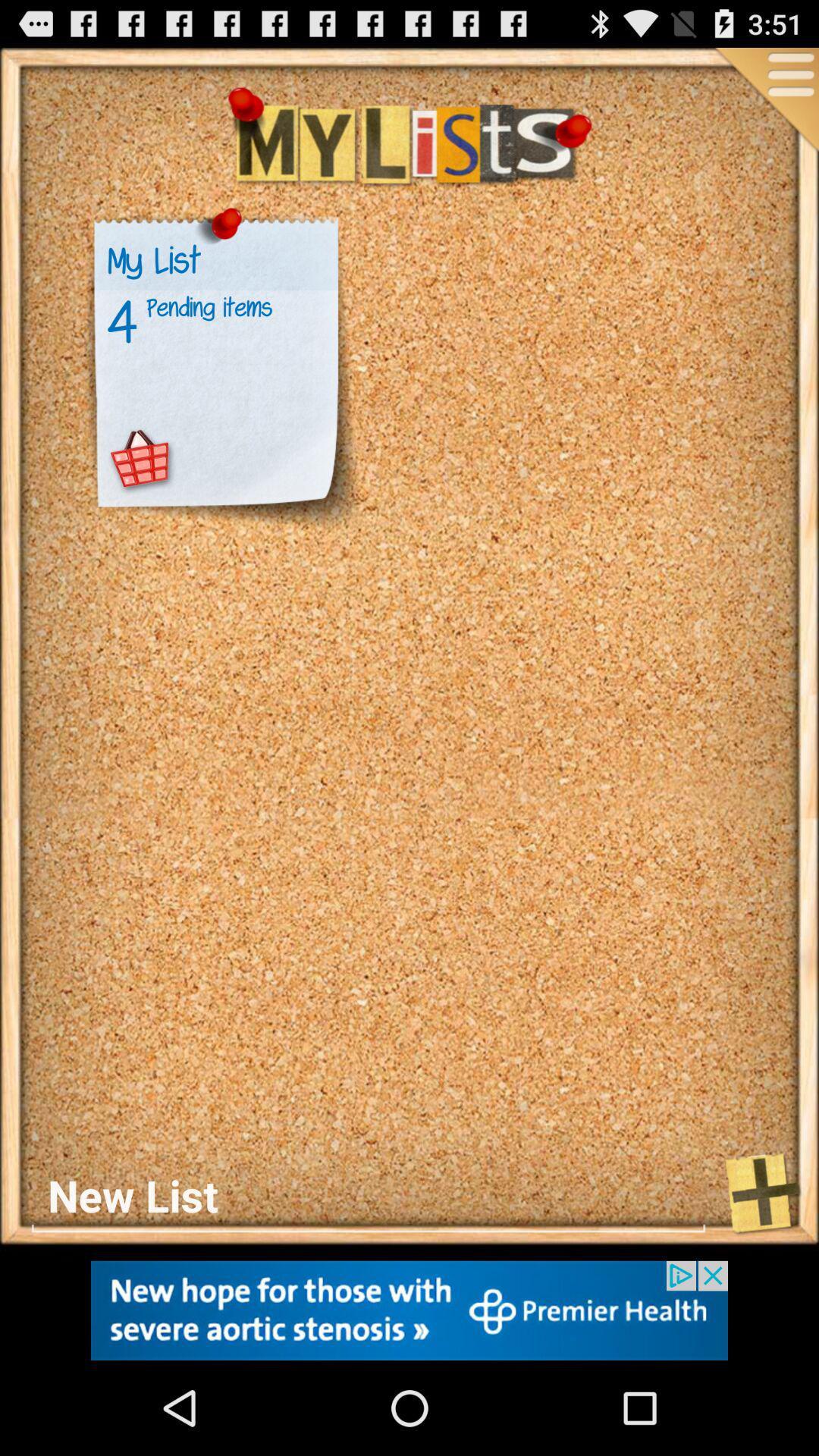  I want to click on features, so click(765, 100).